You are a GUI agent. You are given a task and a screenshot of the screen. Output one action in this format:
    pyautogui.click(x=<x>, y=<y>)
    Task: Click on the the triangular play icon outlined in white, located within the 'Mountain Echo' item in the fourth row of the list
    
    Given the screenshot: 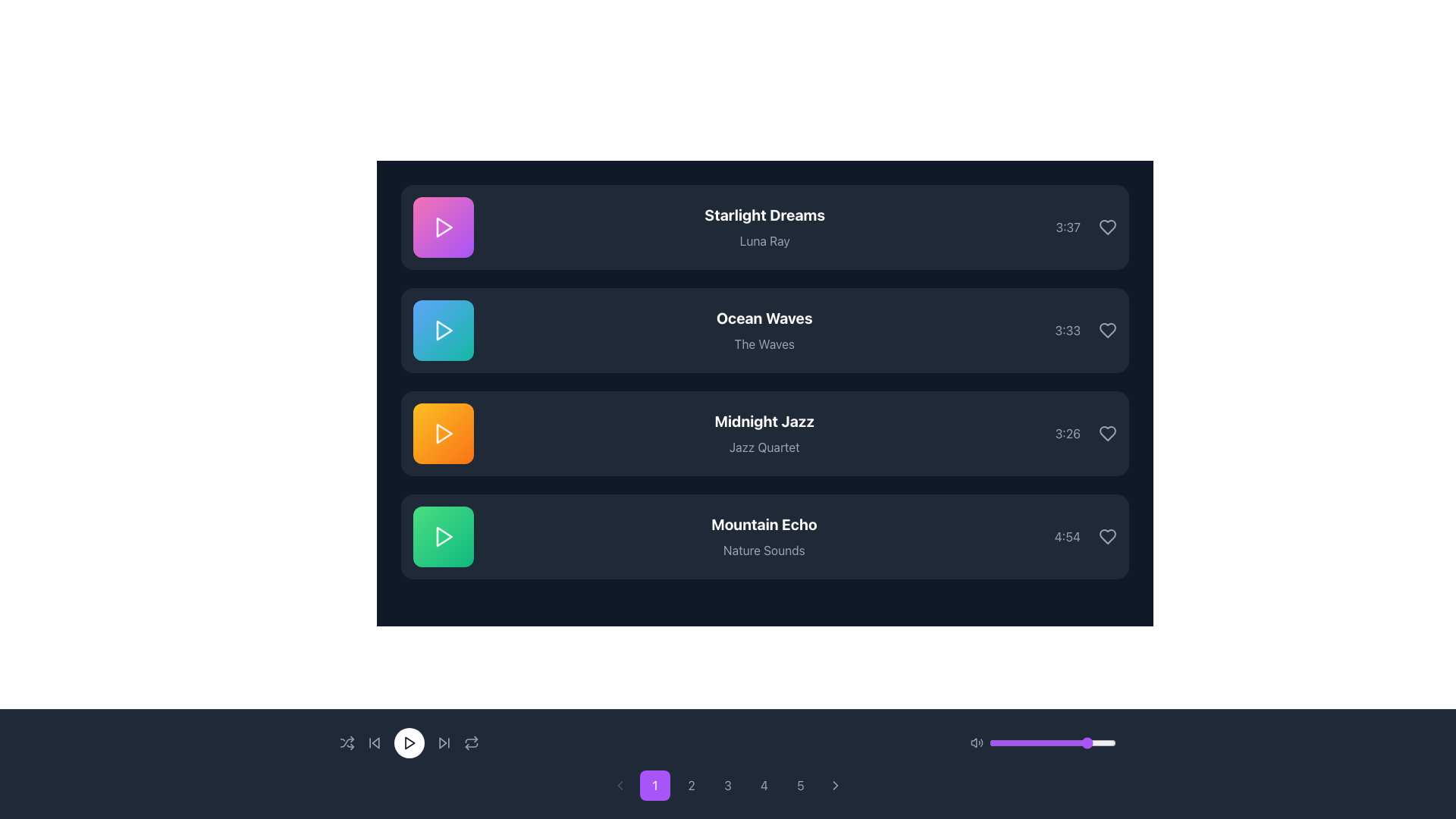 What is the action you would take?
    pyautogui.click(x=443, y=536)
    